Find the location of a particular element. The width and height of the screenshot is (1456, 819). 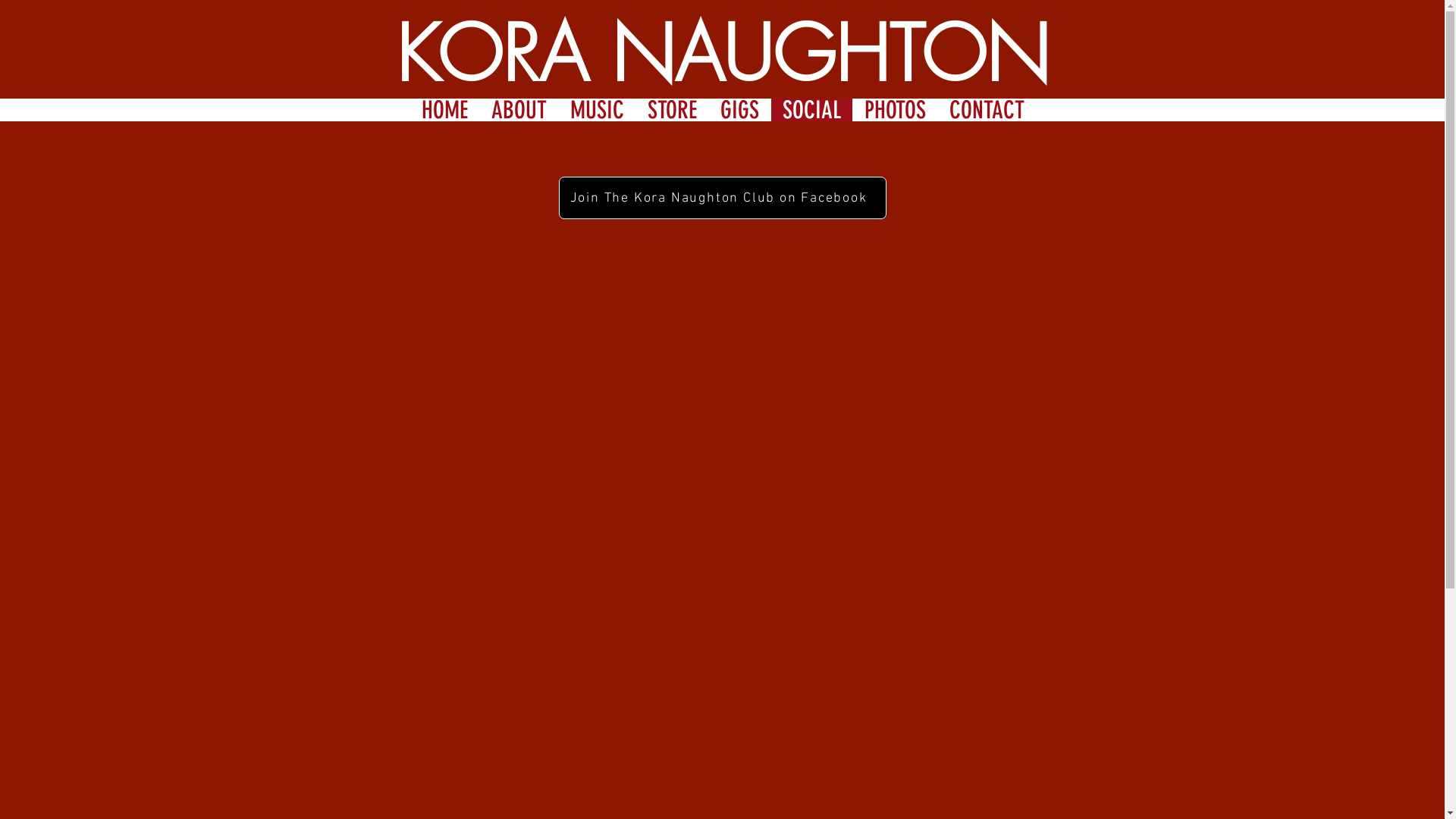

'MUSIC' is located at coordinates (596, 109).